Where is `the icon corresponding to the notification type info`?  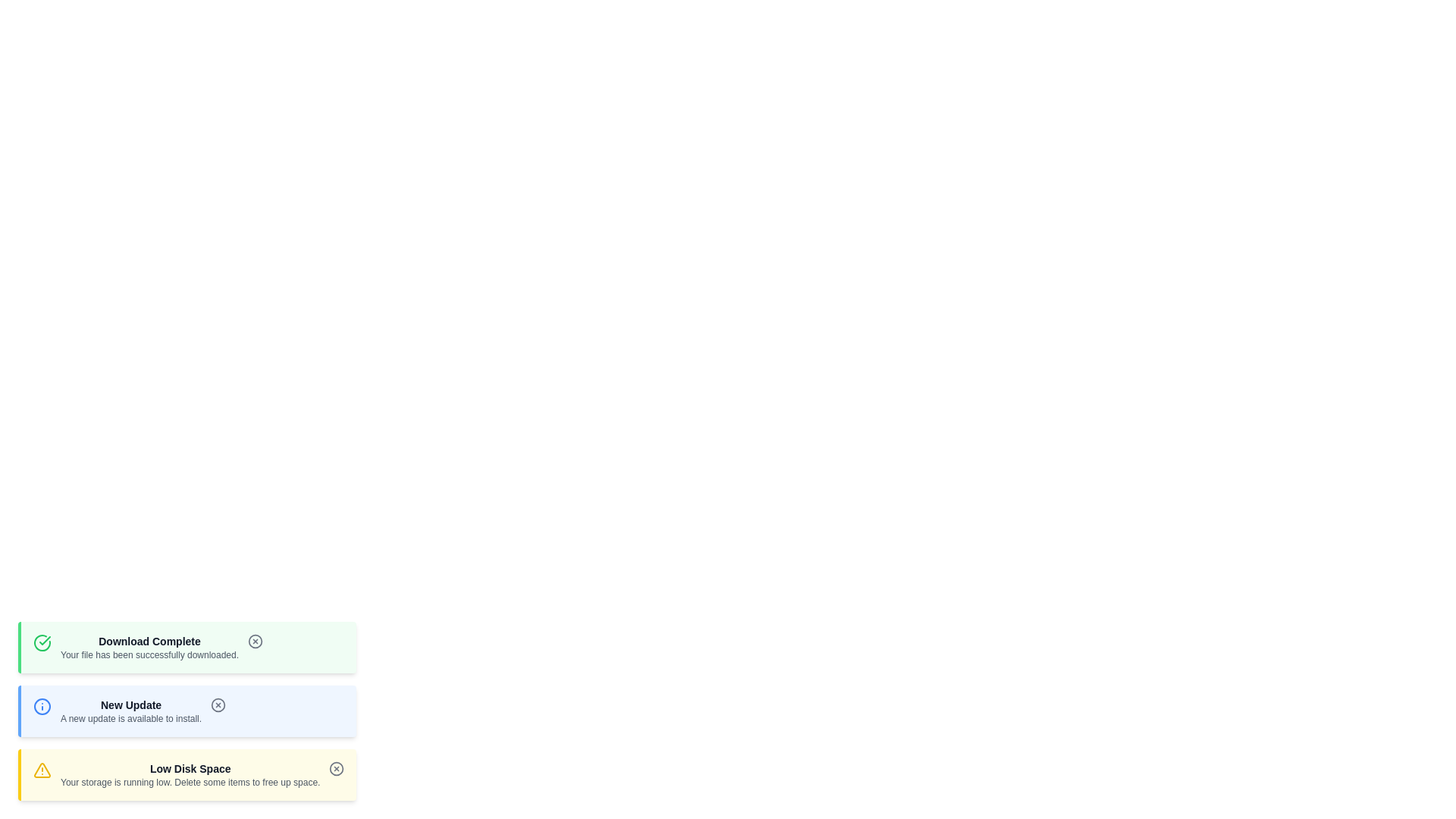 the icon corresponding to the notification type info is located at coordinates (42, 707).